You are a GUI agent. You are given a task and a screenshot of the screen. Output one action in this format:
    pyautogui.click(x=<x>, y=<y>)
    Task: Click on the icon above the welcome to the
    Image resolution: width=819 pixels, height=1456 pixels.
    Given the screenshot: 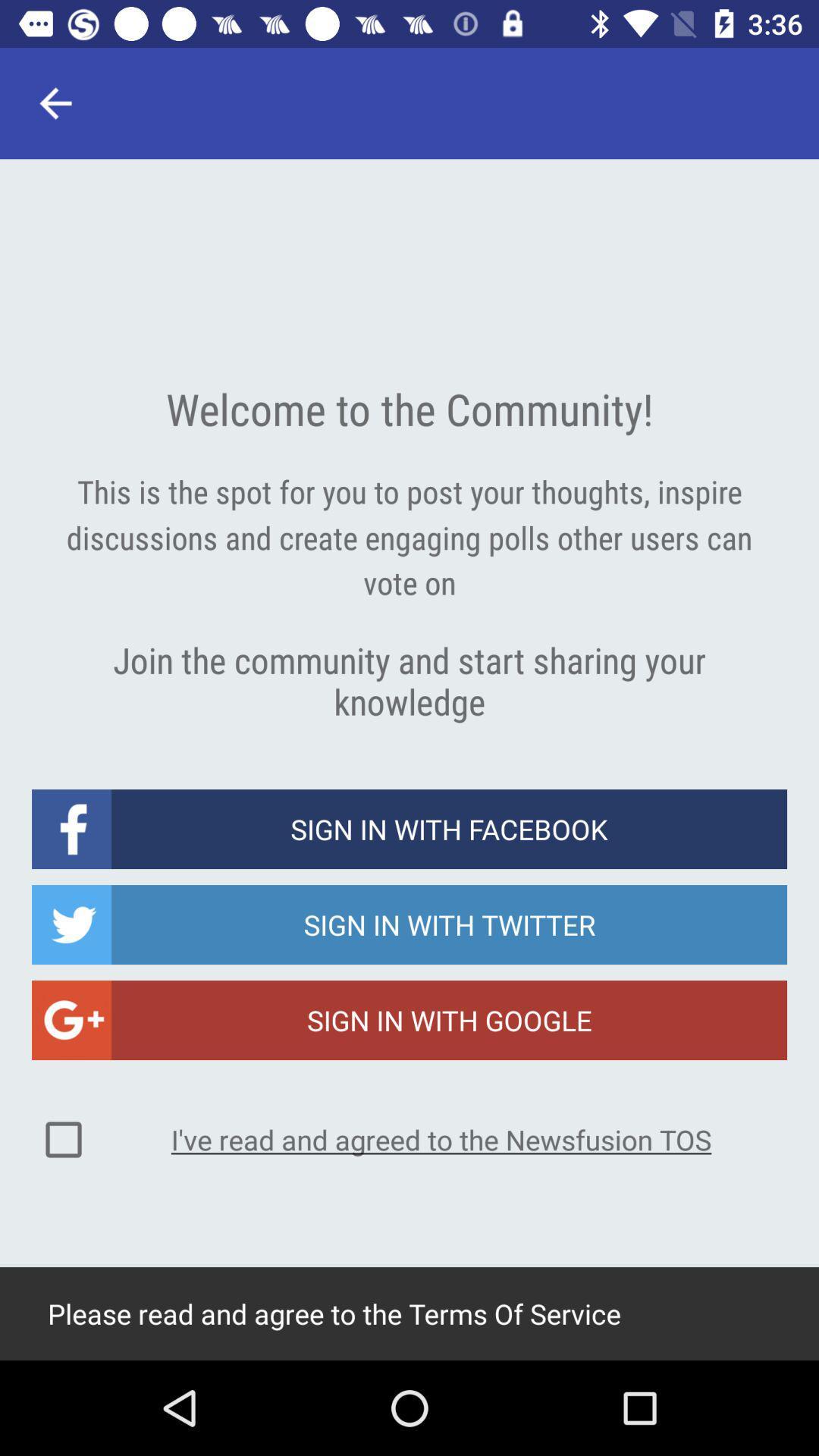 What is the action you would take?
    pyautogui.click(x=55, y=102)
    